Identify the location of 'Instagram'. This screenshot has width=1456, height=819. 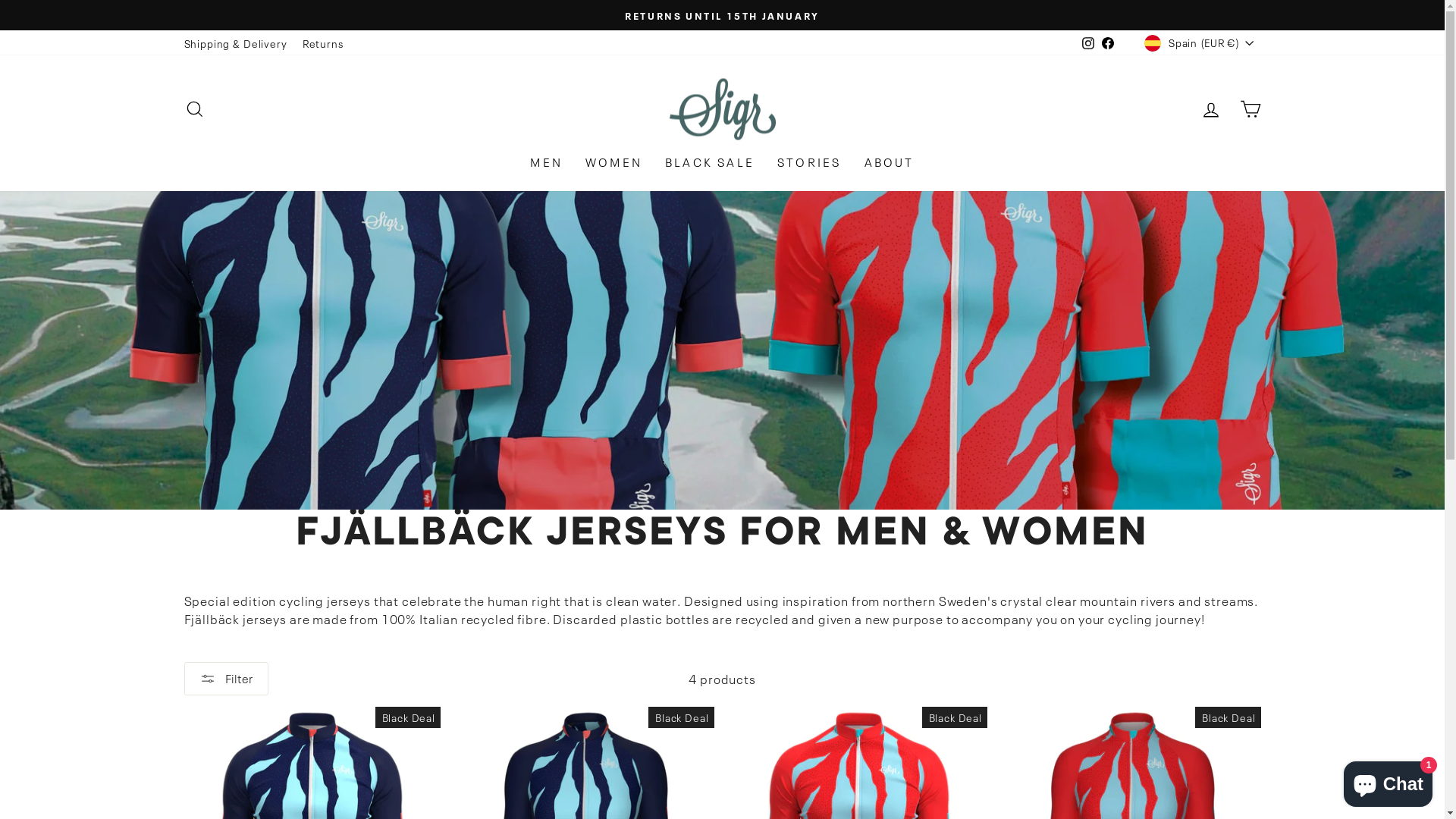
(1077, 42).